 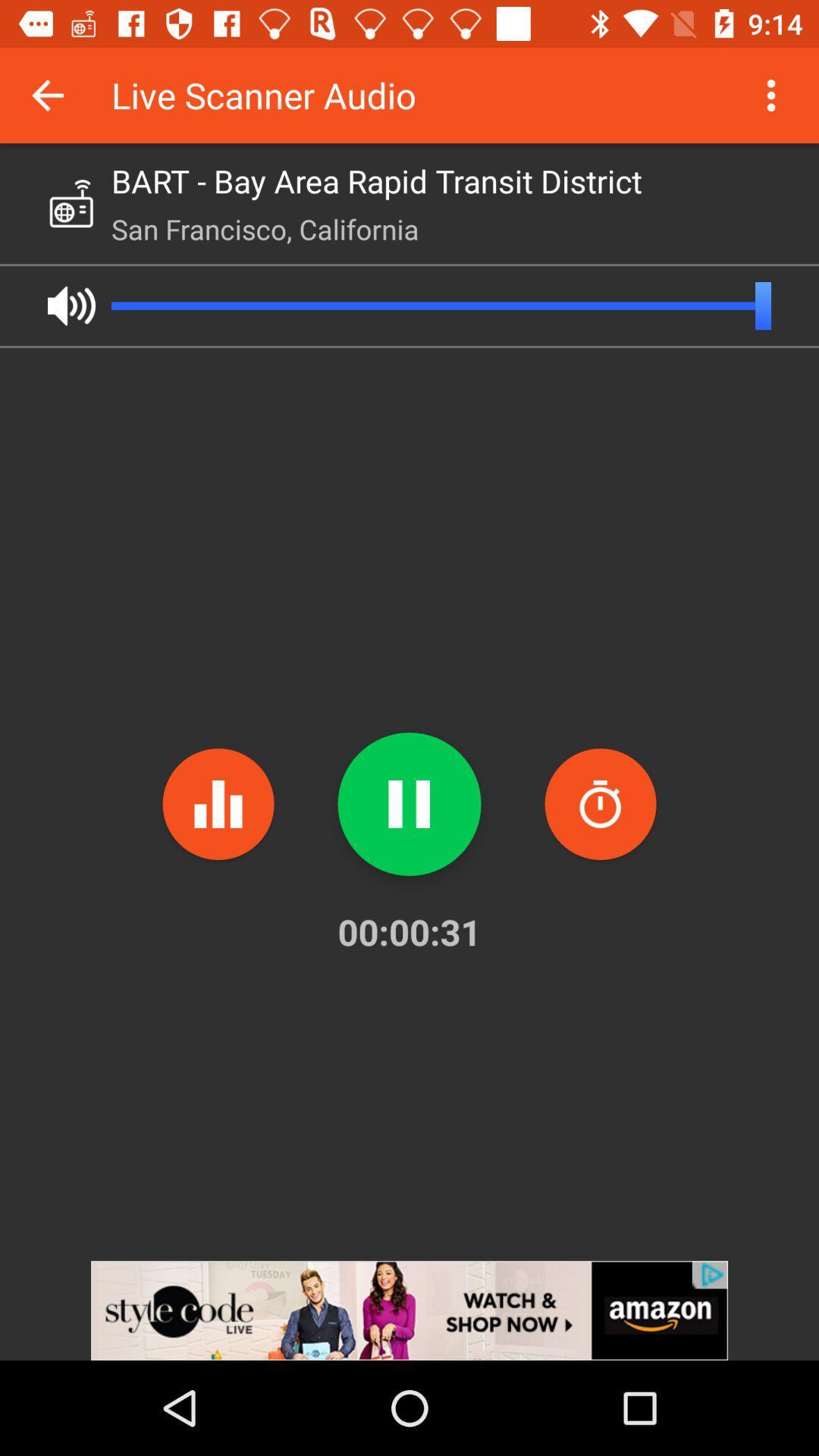 I want to click on the pause icon, so click(x=409, y=803).